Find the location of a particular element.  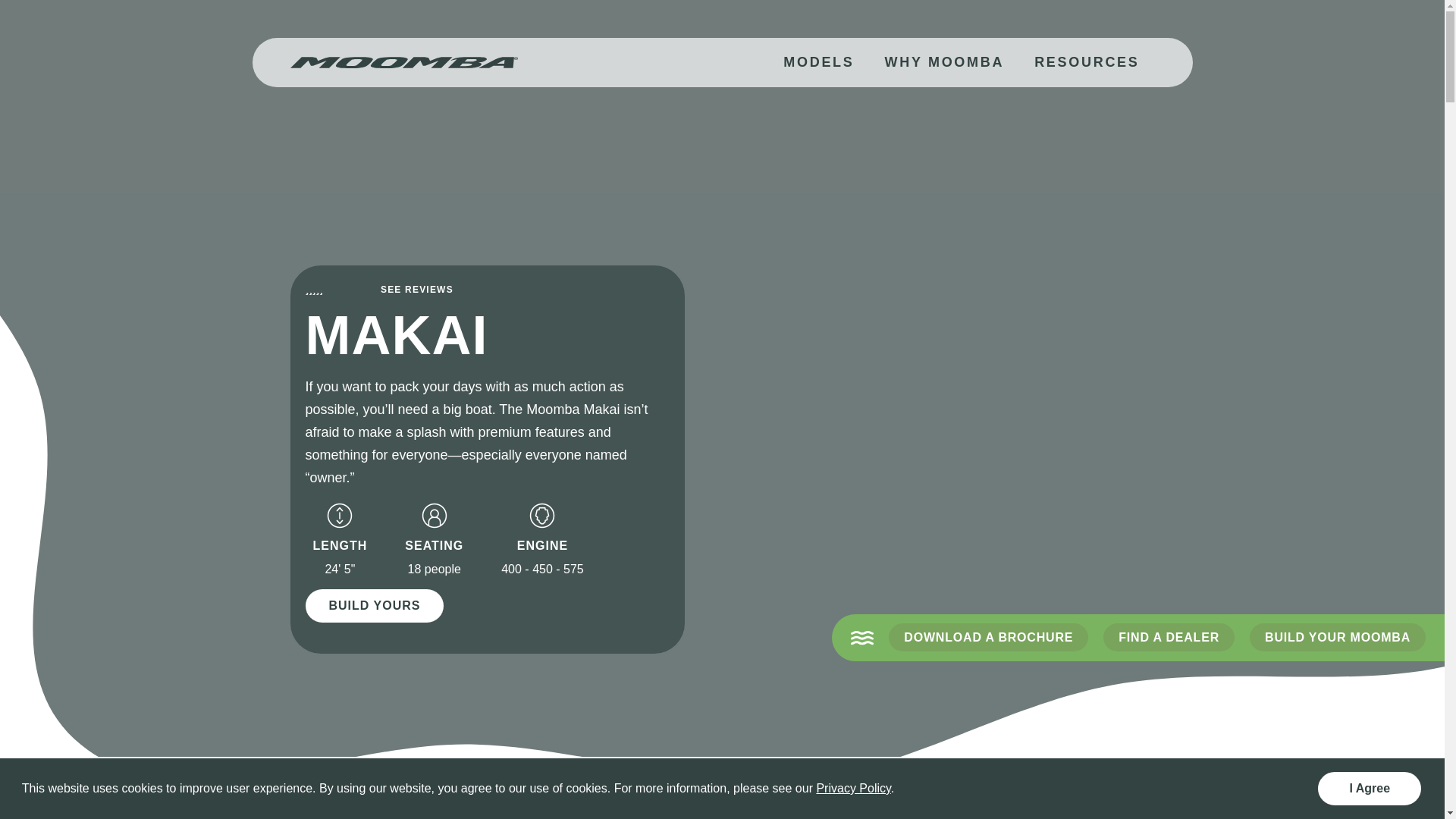

'I Agree' is located at coordinates (1316, 788).